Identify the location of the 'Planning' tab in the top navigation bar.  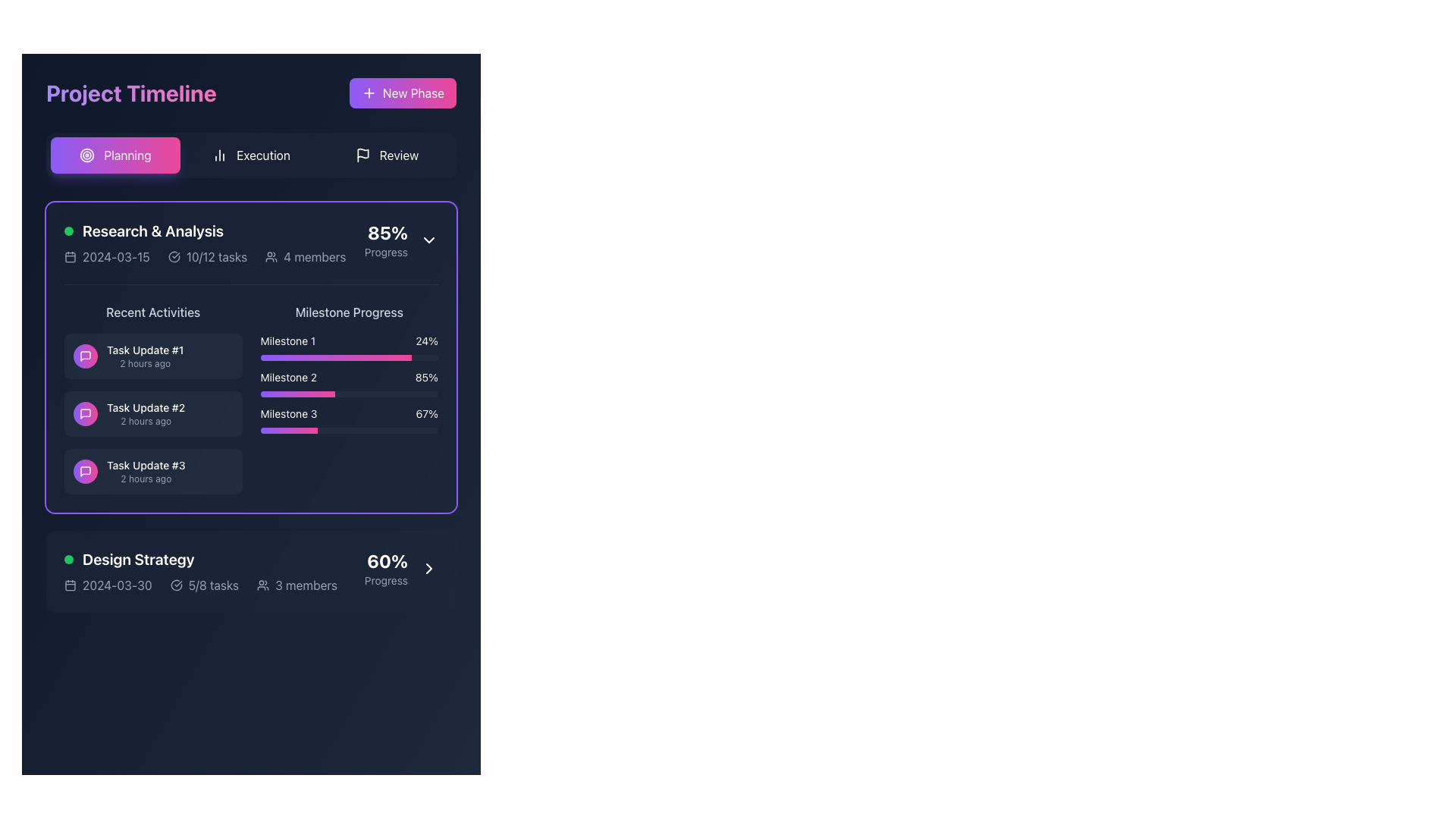
(127, 155).